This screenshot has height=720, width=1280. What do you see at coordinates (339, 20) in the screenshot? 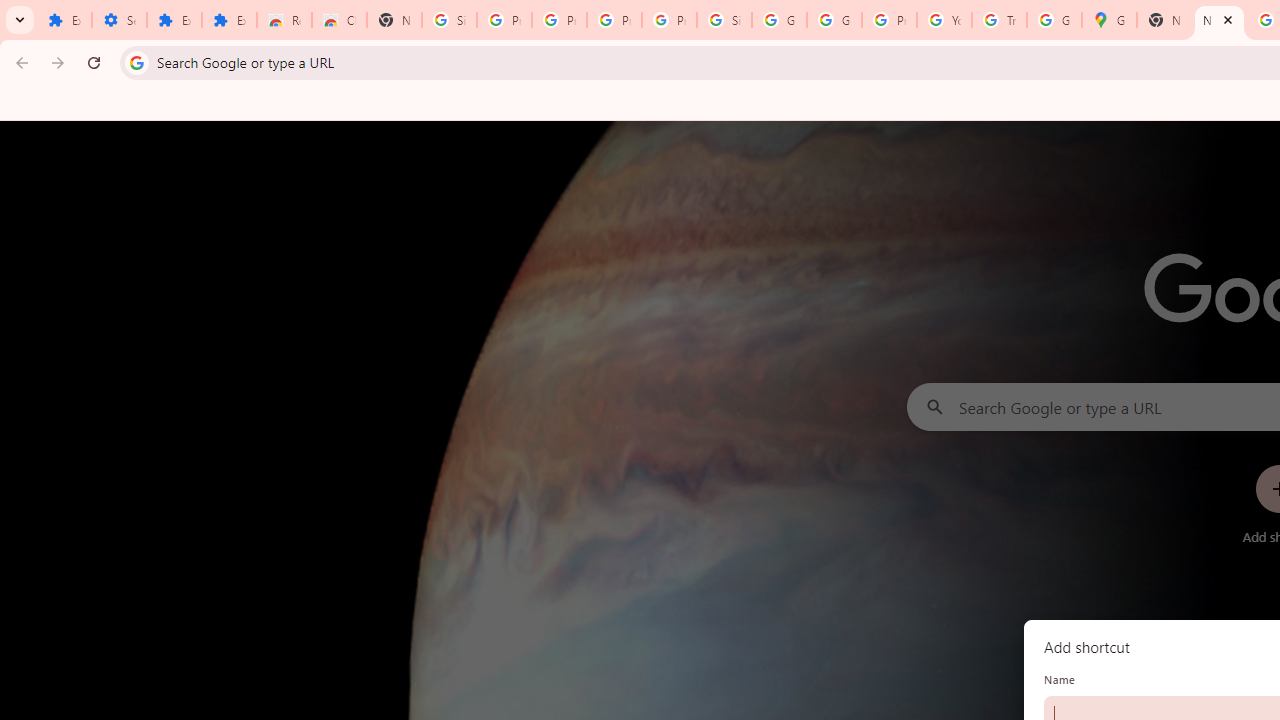
I see `'Chrome Web Store - Themes'` at bounding box center [339, 20].